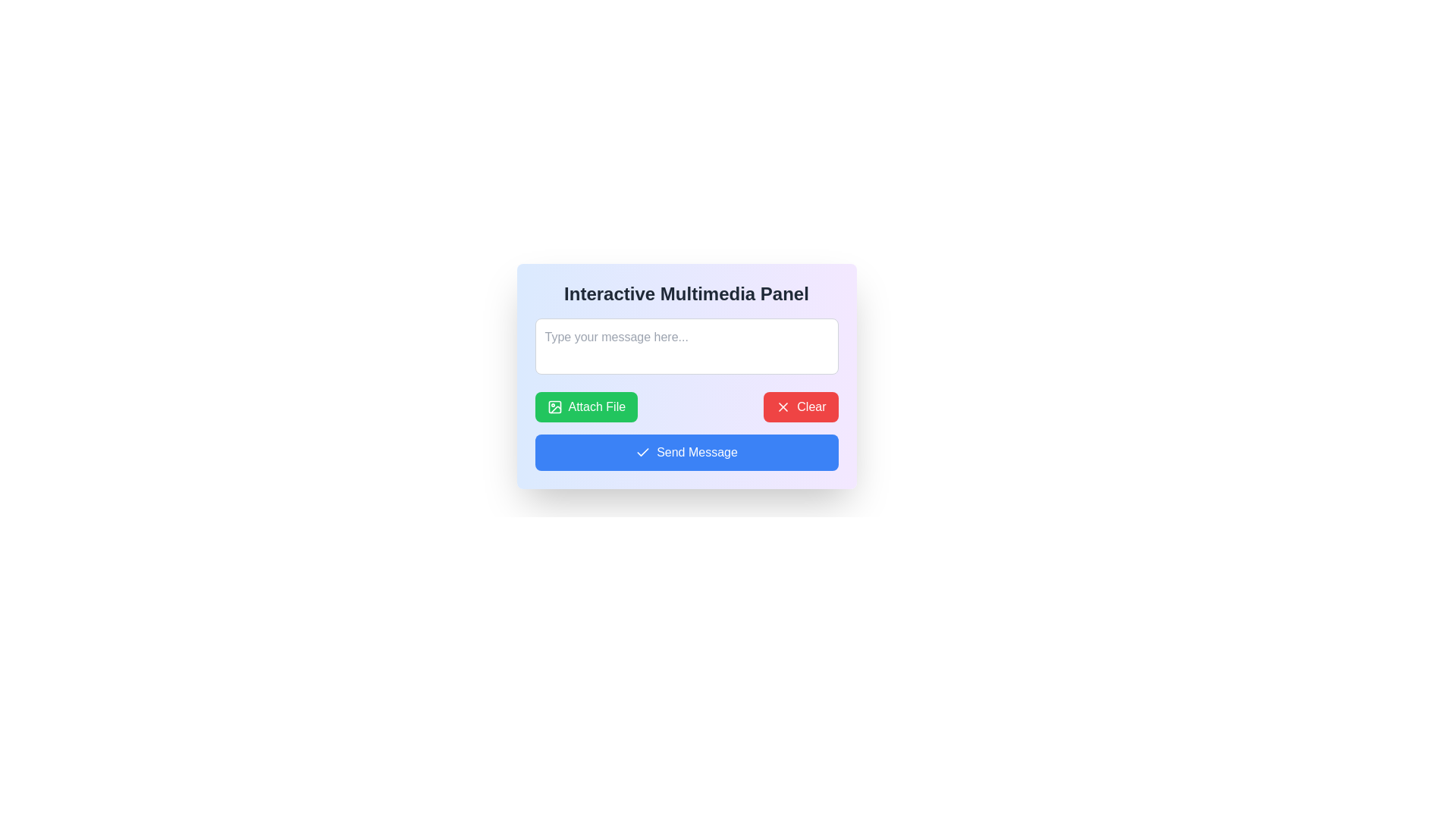 The image size is (1456, 819). What do you see at coordinates (686, 452) in the screenshot?
I see `the blue rectangular button with rounded corners and a checkmark icon to send the message` at bounding box center [686, 452].